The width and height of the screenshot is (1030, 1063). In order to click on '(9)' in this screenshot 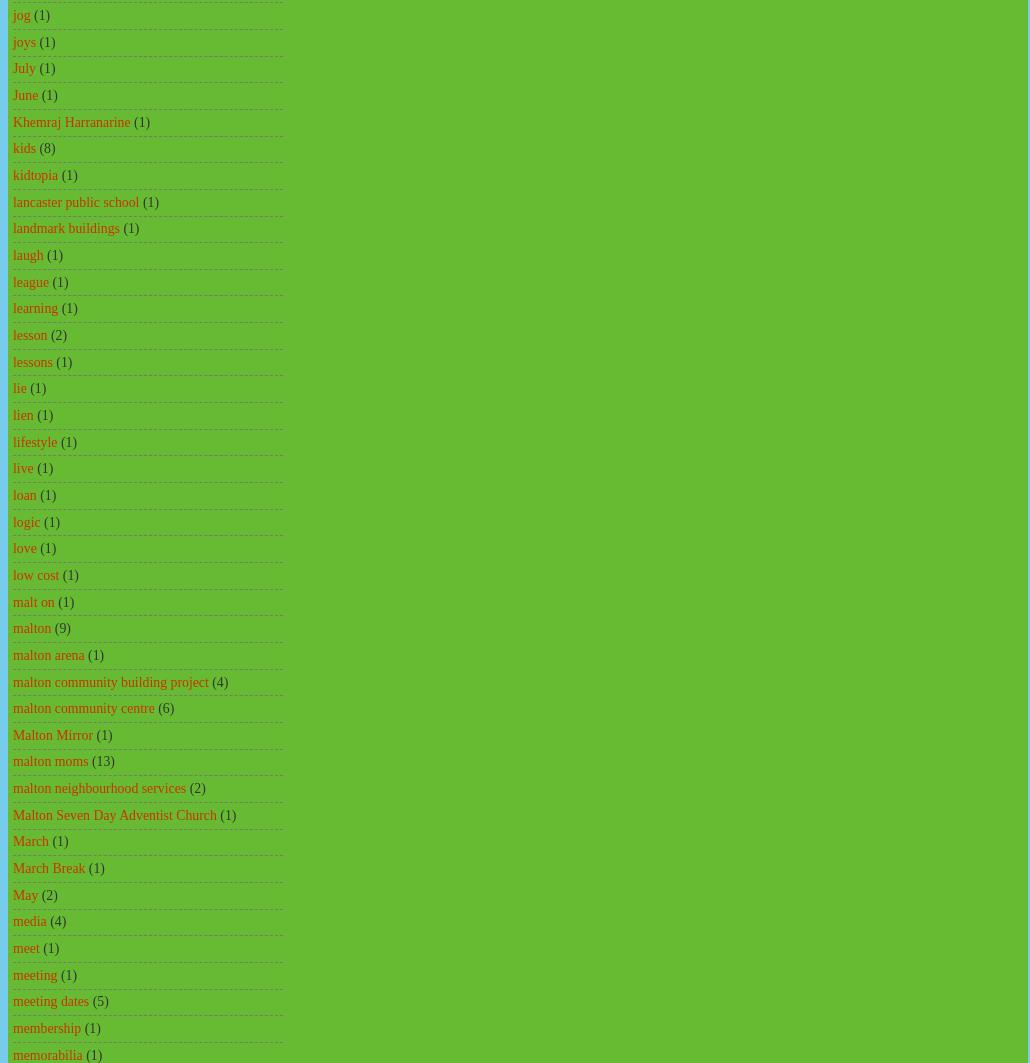, I will do `click(62, 627)`.